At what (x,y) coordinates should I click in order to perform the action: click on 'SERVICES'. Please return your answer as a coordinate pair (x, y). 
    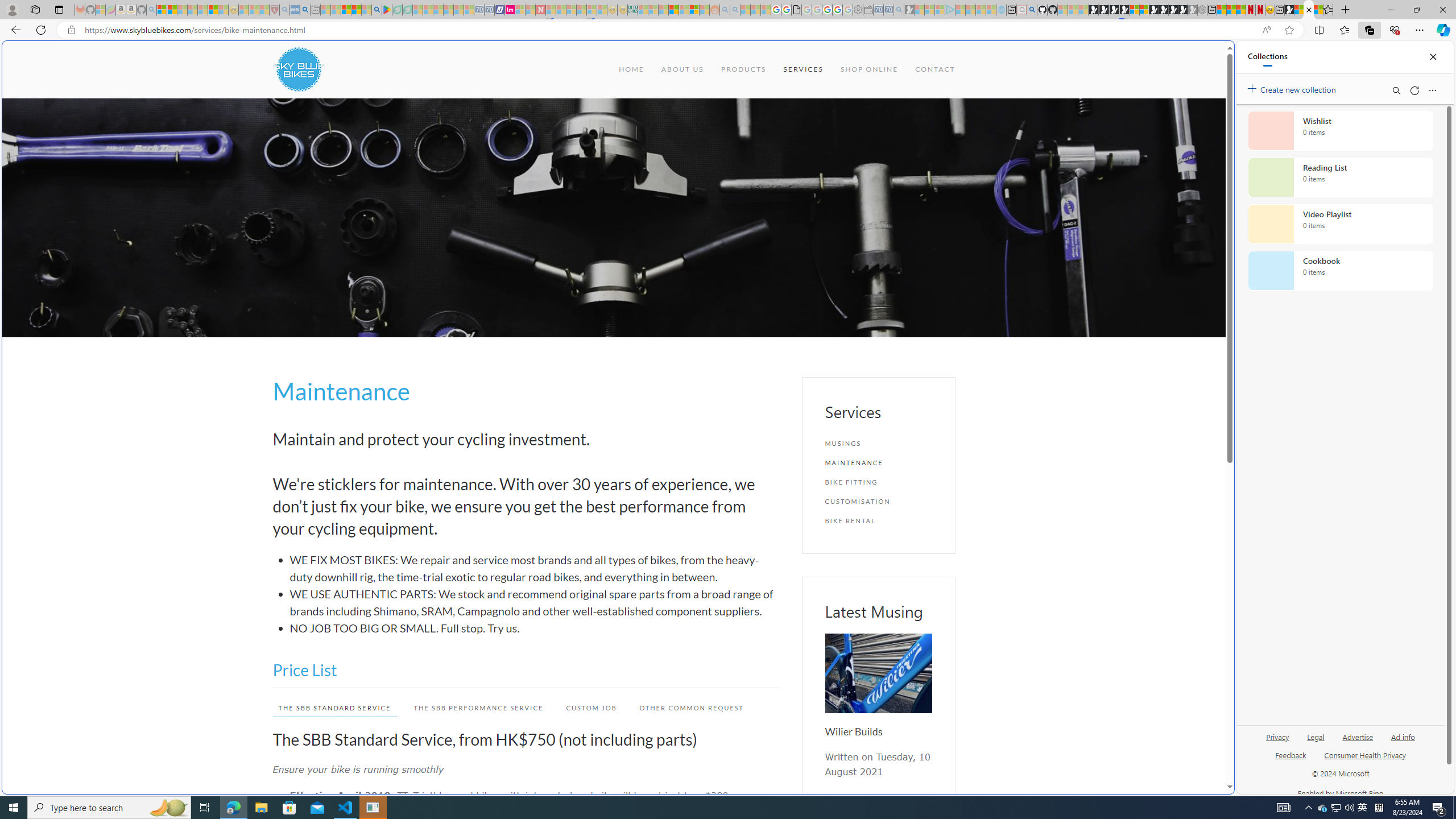
    Looking at the image, I should click on (802, 68).